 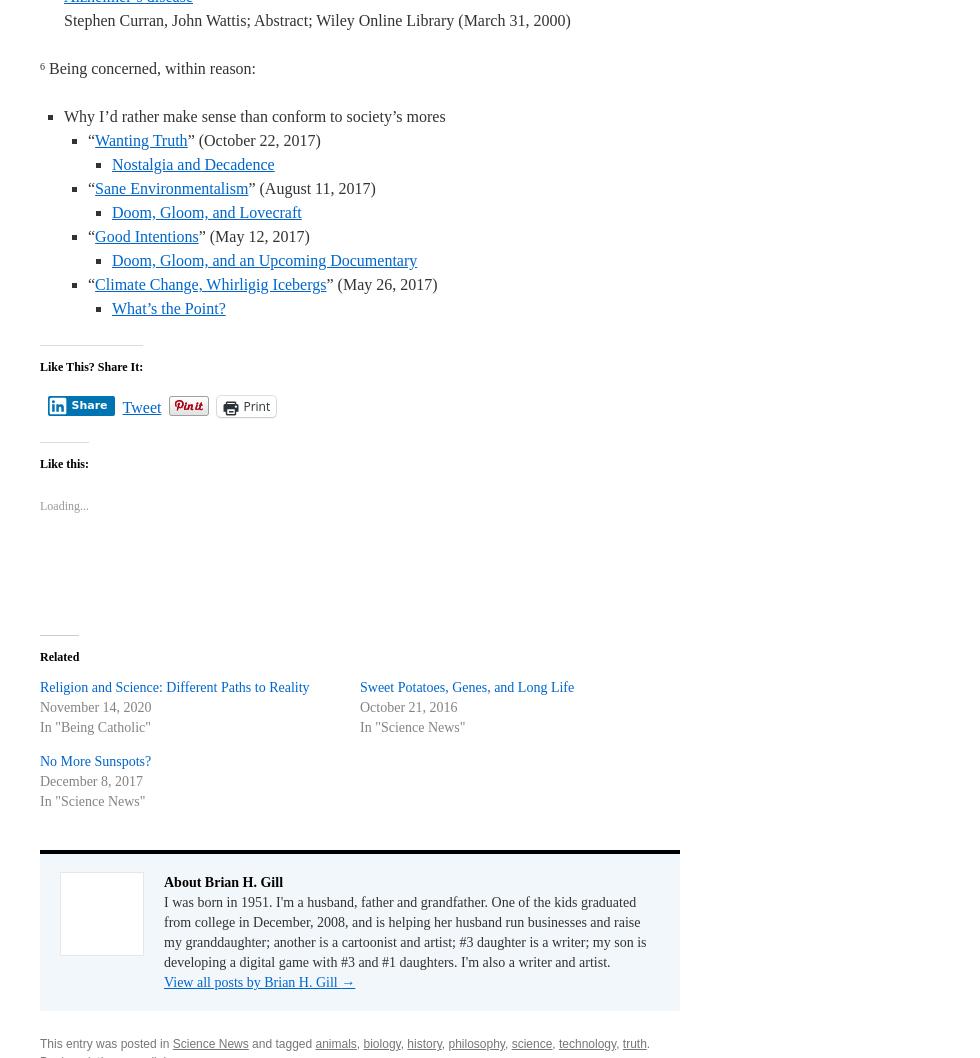 I want to click on '” (May 12, 2017)', so click(x=253, y=236).